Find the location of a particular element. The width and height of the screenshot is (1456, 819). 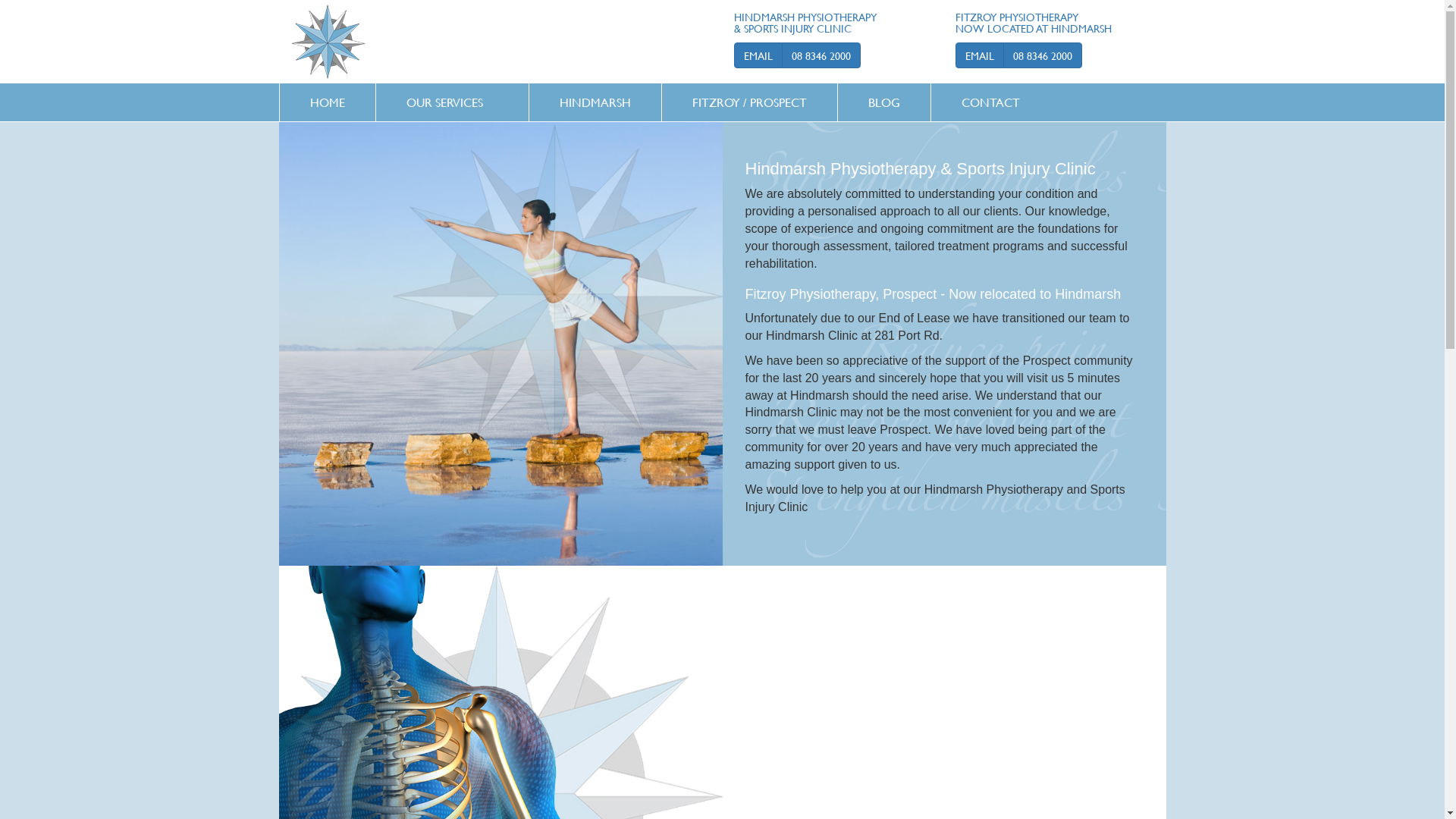

'HINDMARSH PHYSIOTHERAPY is located at coordinates (734, 22).